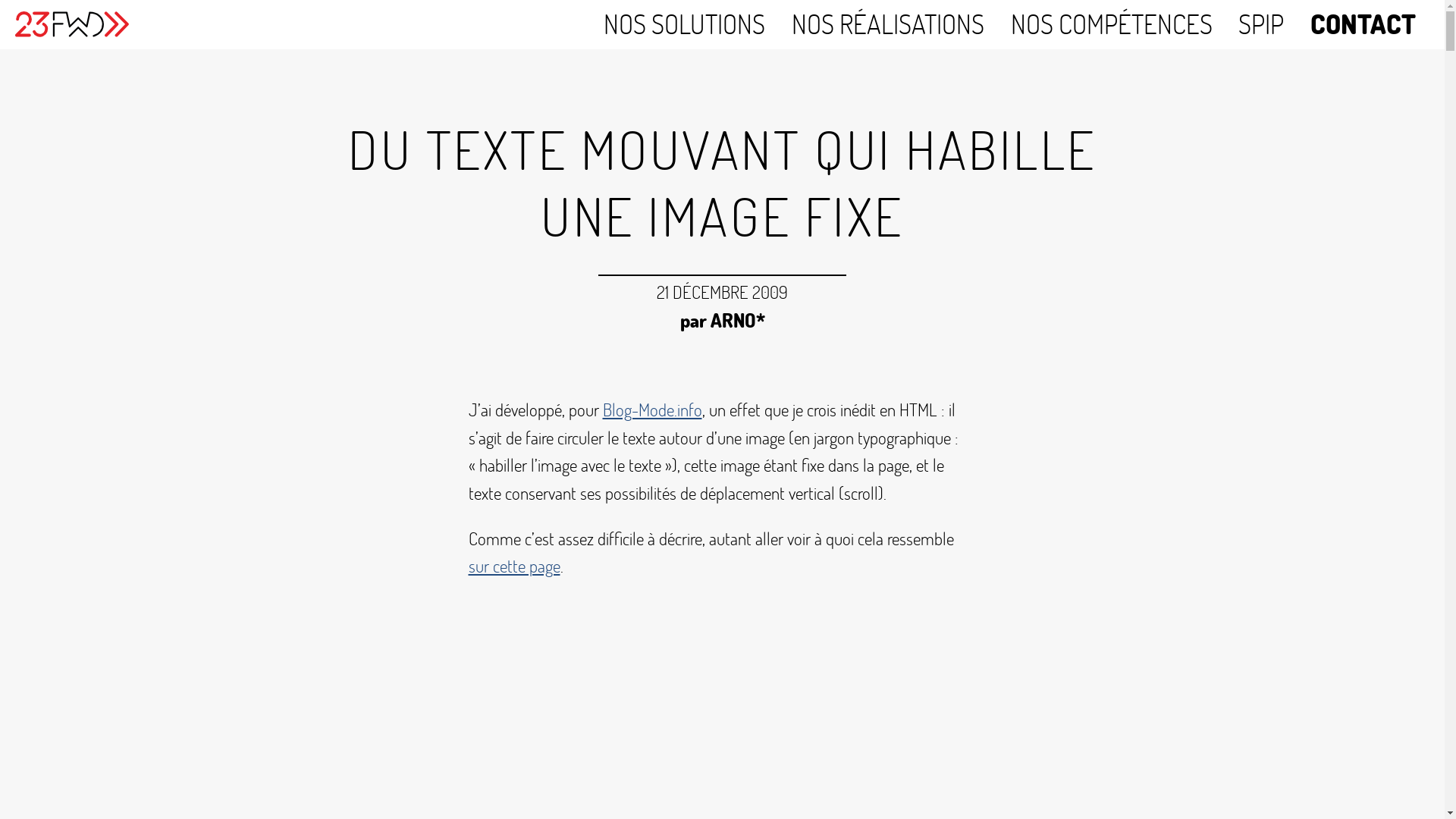 This screenshot has width=1456, height=819. I want to click on 'Blog-Mode.info', so click(651, 409).